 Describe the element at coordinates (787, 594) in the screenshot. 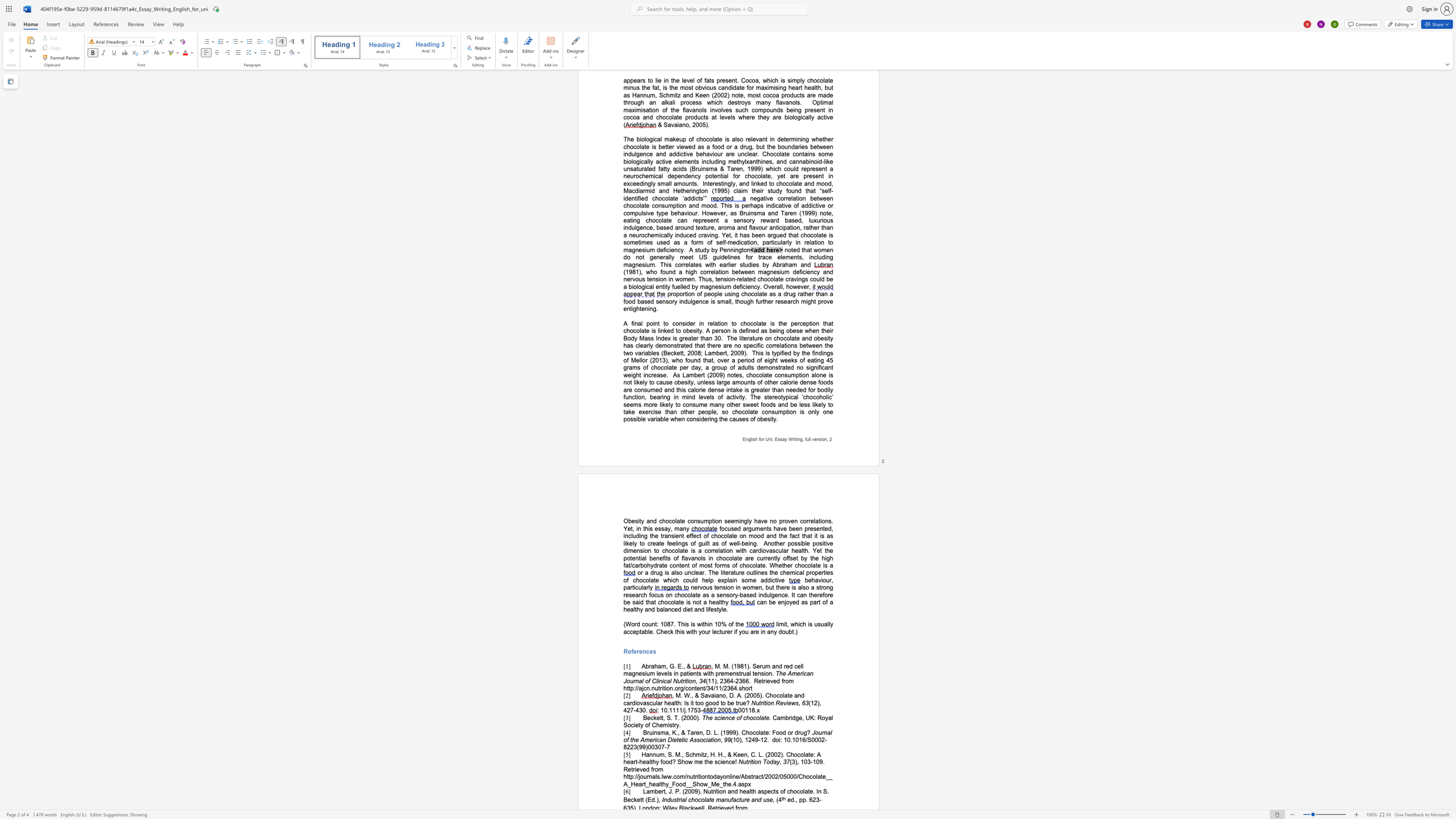

I see `the subset text ". It can the" within the text "nervous tension in women, but there is also a strong research focus on chocolate as a sensory-based indulgence. It can therefore be said that chocolate is not a healthy"` at that location.